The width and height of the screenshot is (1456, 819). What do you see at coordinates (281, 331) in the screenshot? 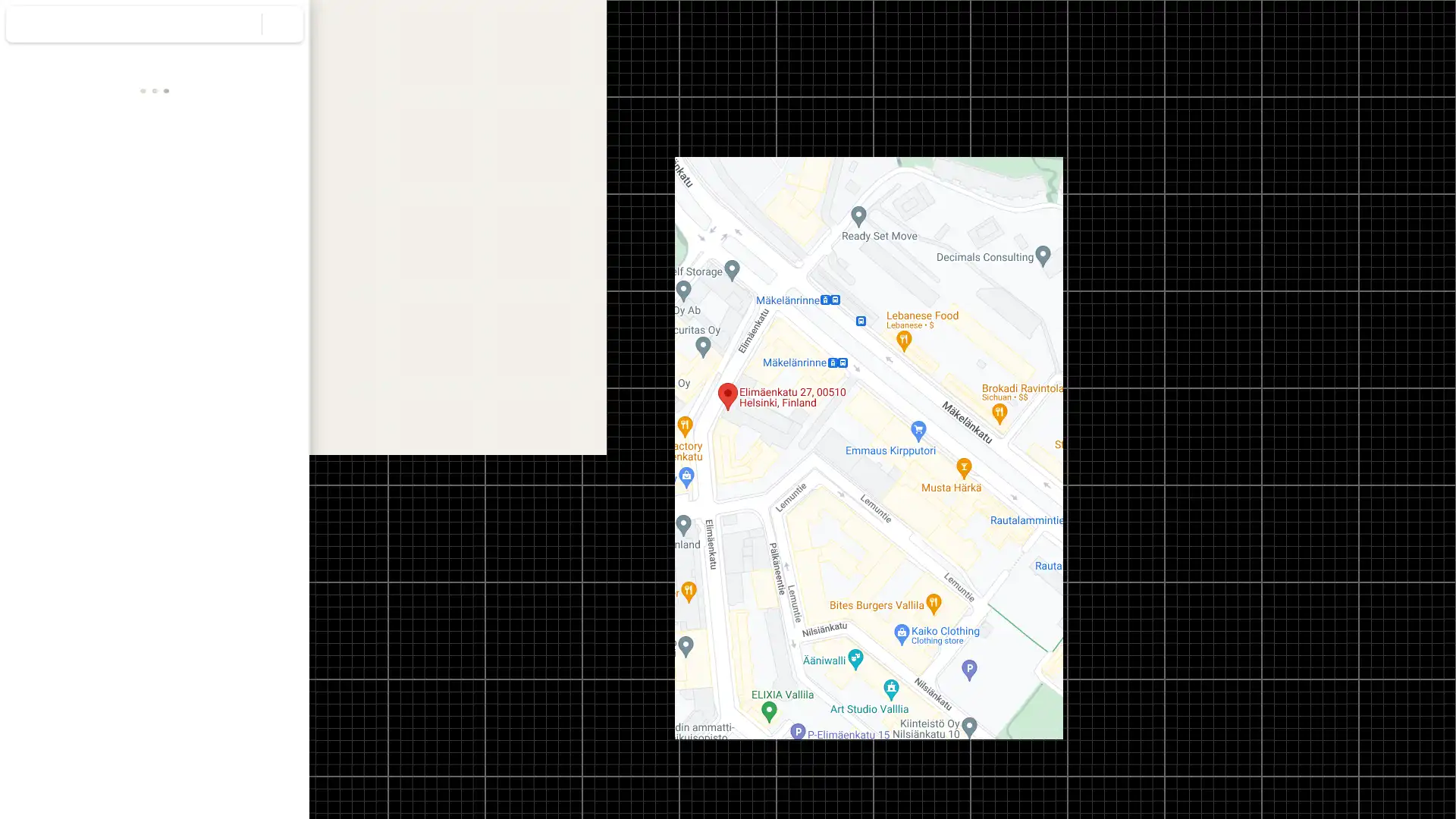
I see `Copy address` at bounding box center [281, 331].